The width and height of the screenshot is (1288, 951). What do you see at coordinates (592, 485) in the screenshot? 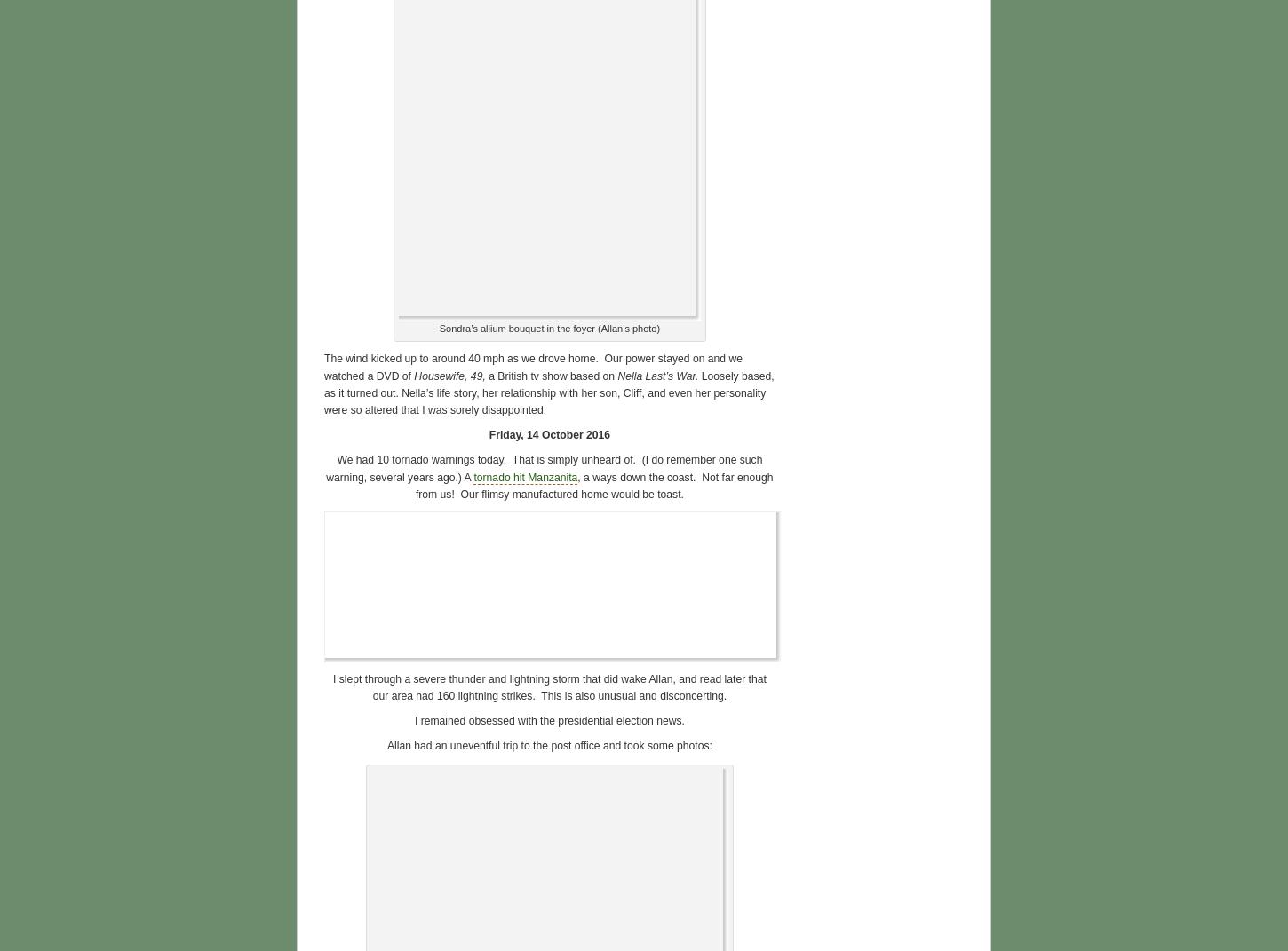
I see `', a ways down the coast.  Not far enough from us!  Our flimsy manufactured home would be toast.'` at bounding box center [592, 485].